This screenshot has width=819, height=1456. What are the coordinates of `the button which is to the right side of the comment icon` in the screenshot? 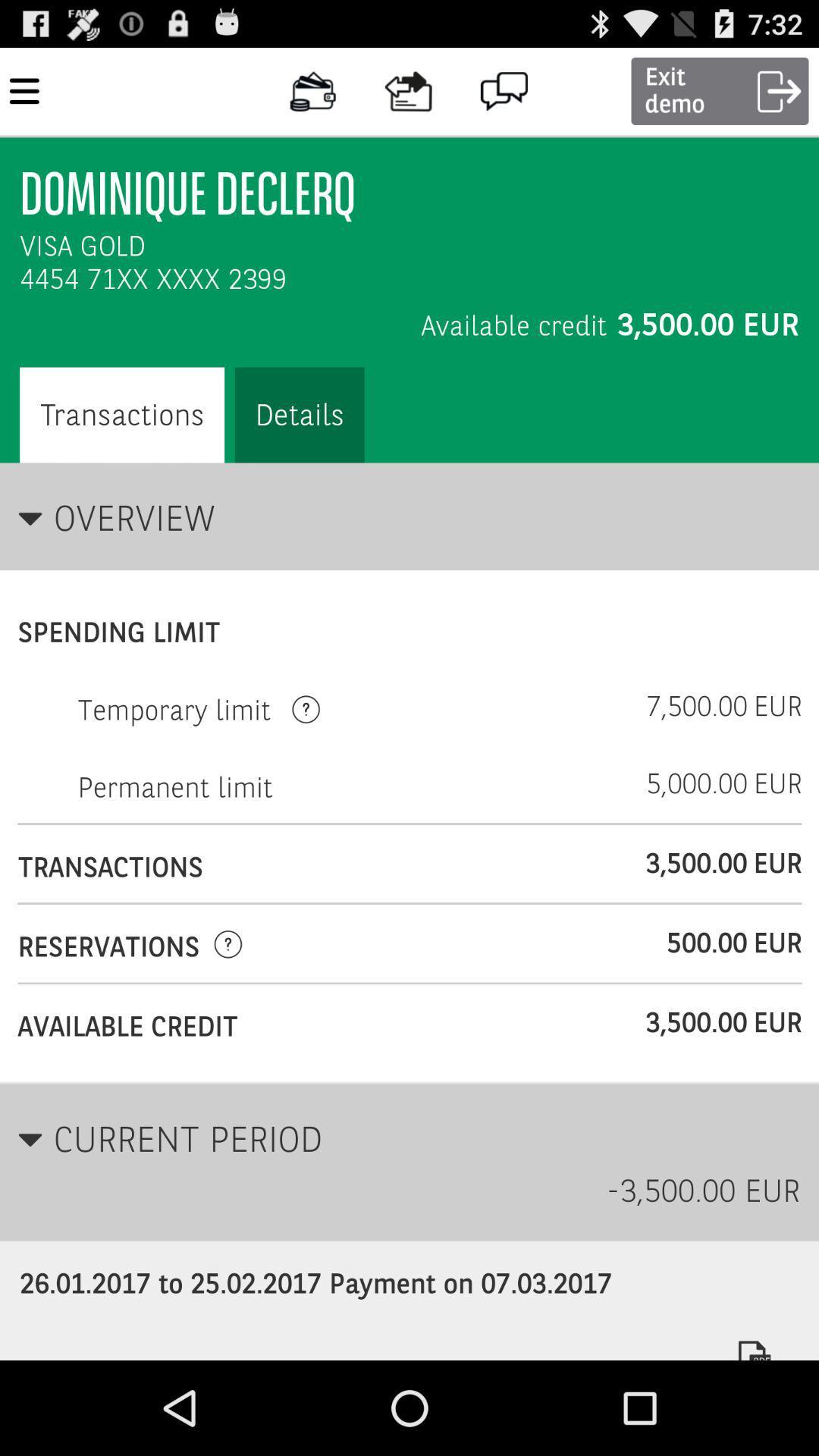 It's located at (719, 90).